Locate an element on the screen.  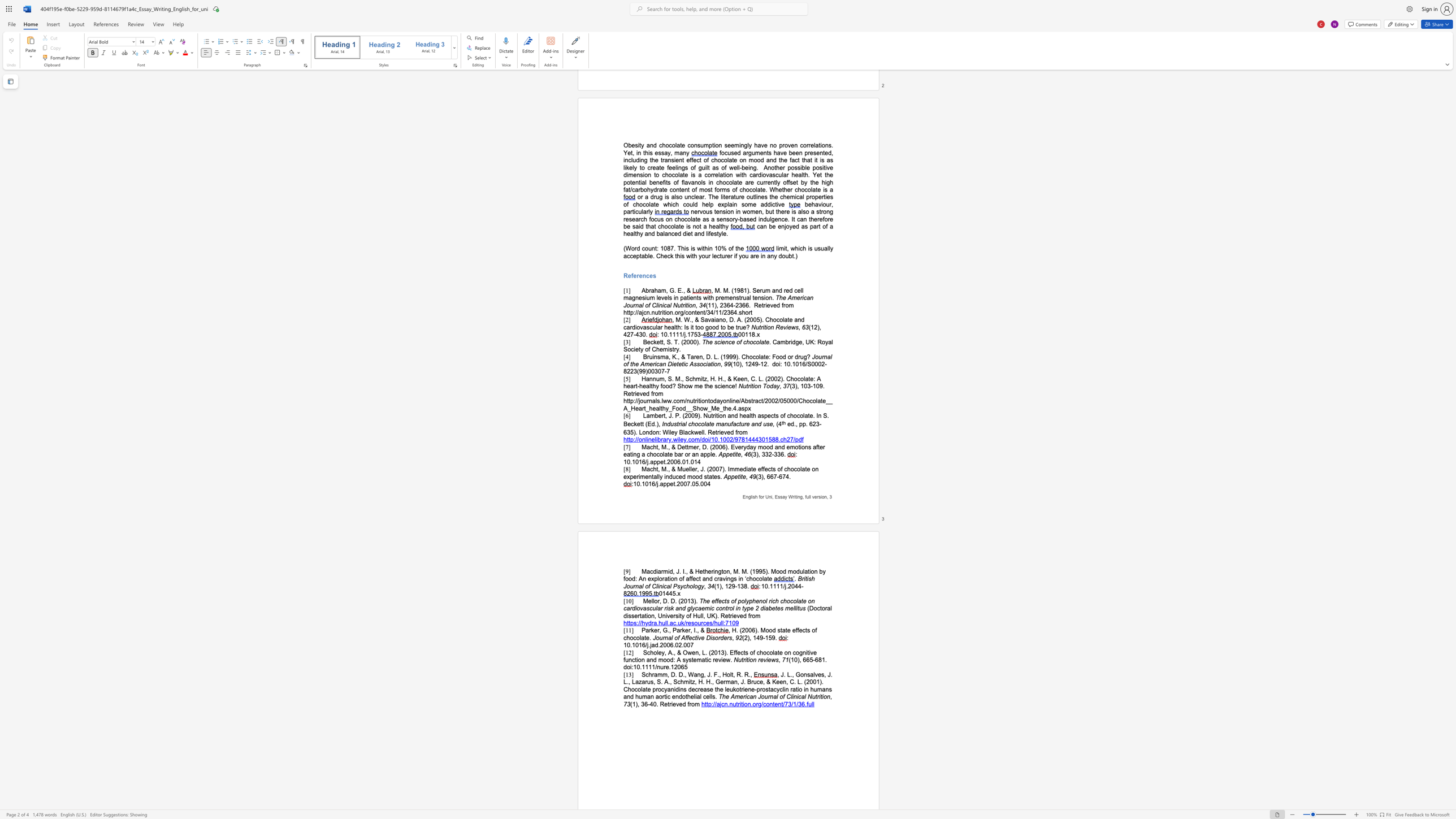
the subset text "amm, D. D" within the text "Schramm, D. D., Wang, J. F., Holt, R. R.," is located at coordinates (653, 674).